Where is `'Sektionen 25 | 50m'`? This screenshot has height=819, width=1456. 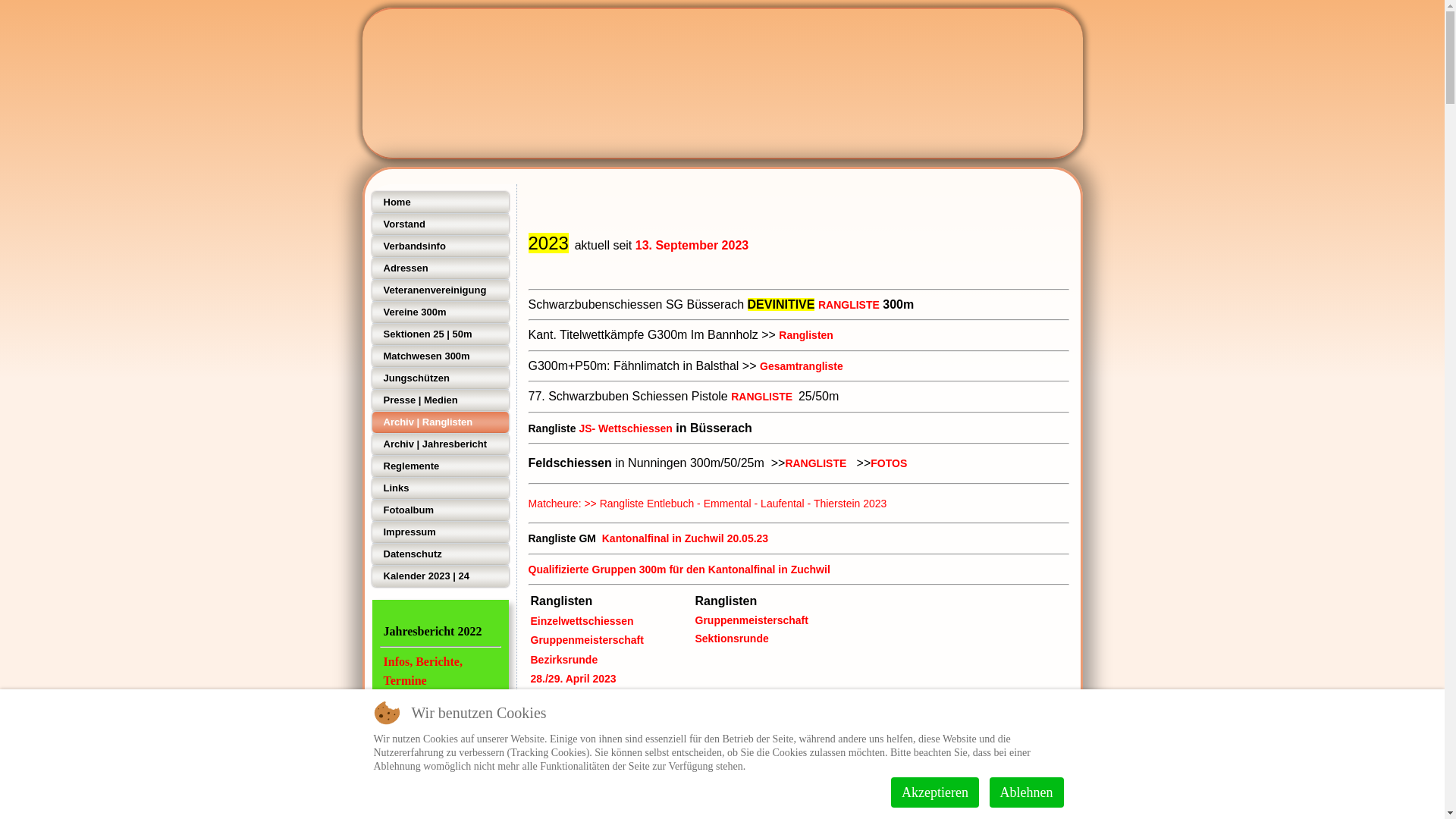
'Sektionen 25 | 50m' is located at coordinates (371, 333).